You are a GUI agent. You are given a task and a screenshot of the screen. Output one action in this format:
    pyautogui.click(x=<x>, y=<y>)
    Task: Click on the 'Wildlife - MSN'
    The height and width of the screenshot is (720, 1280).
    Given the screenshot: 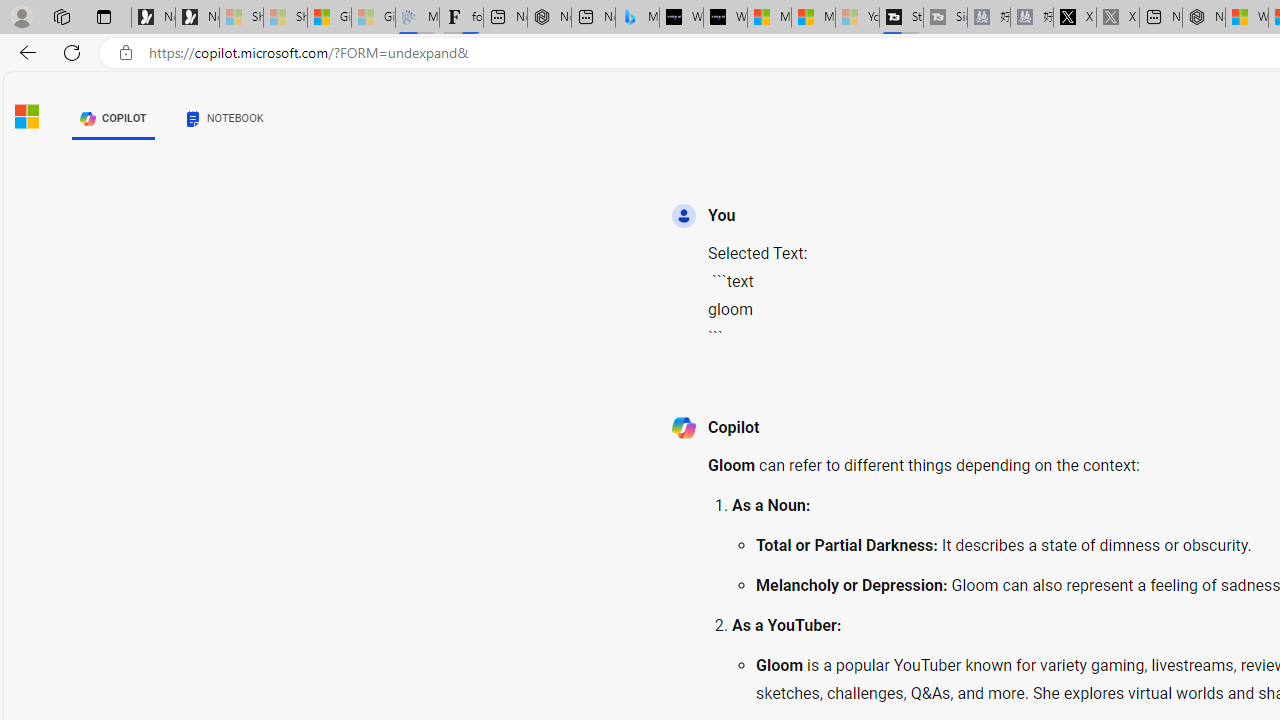 What is the action you would take?
    pyautogui.click(x=1246, y=17)
    